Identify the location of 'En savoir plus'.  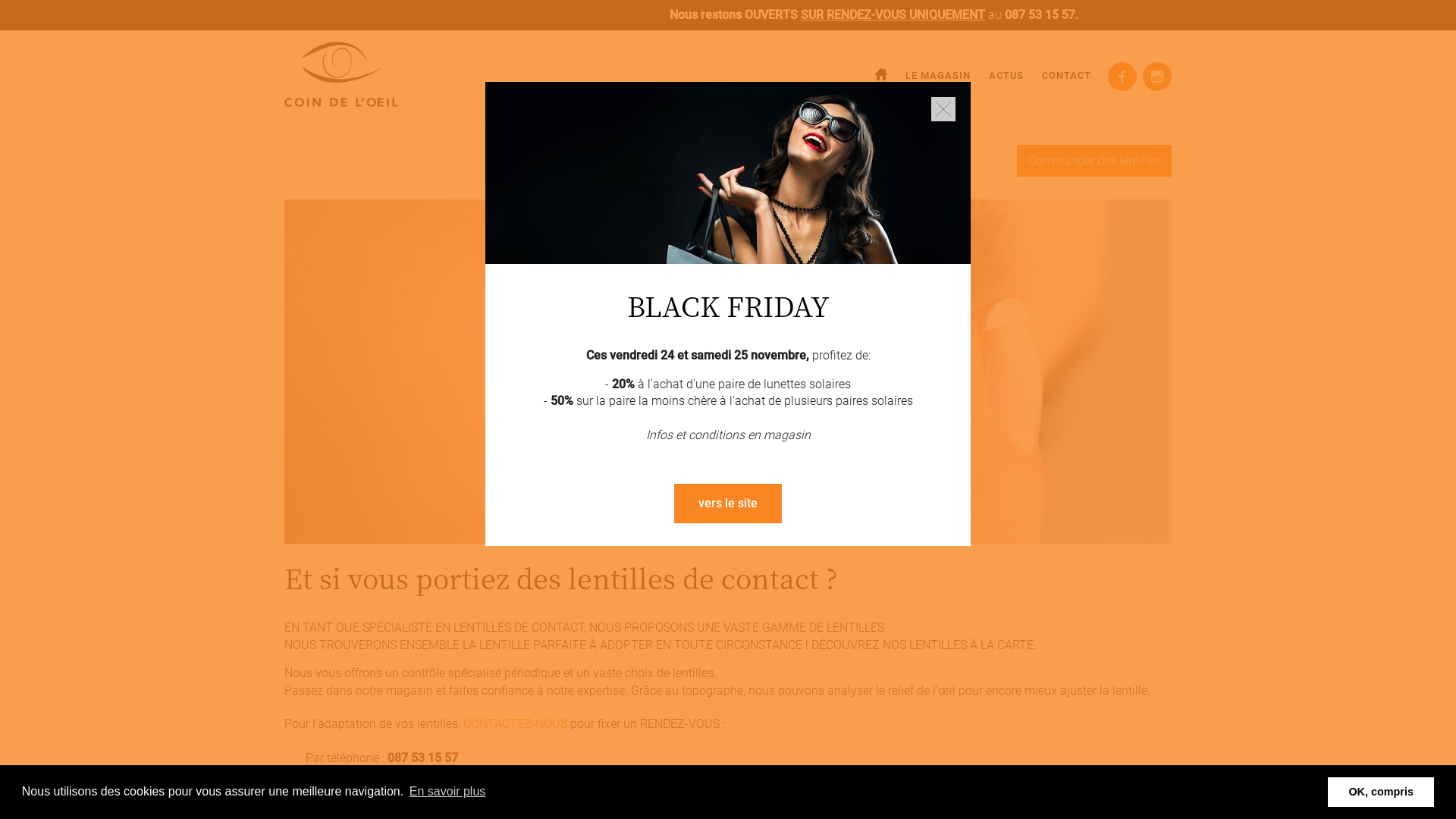
(407, 791).